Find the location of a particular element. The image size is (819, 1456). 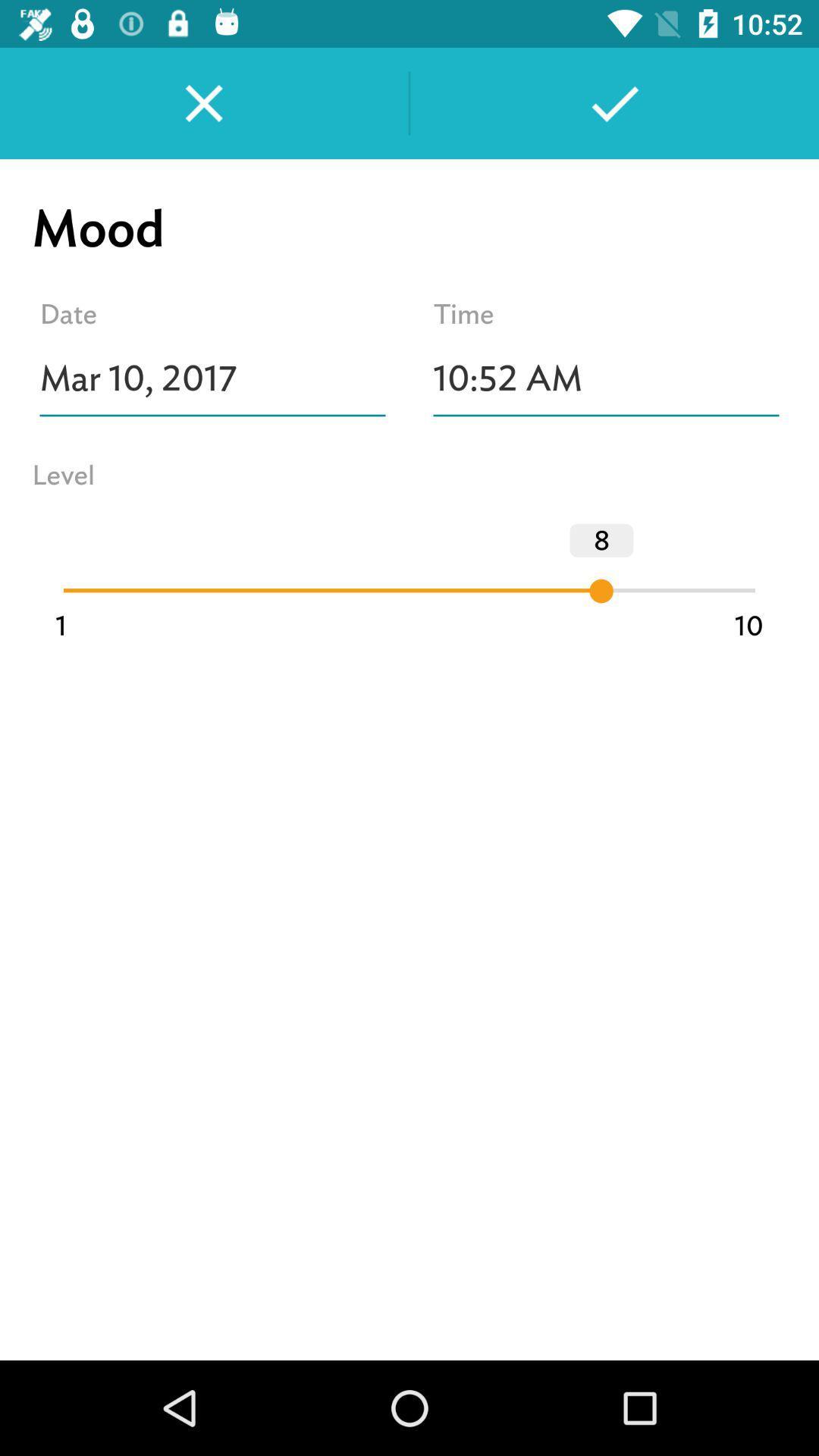

item next to 10:52 am icon is located at coordinates (212, 378).